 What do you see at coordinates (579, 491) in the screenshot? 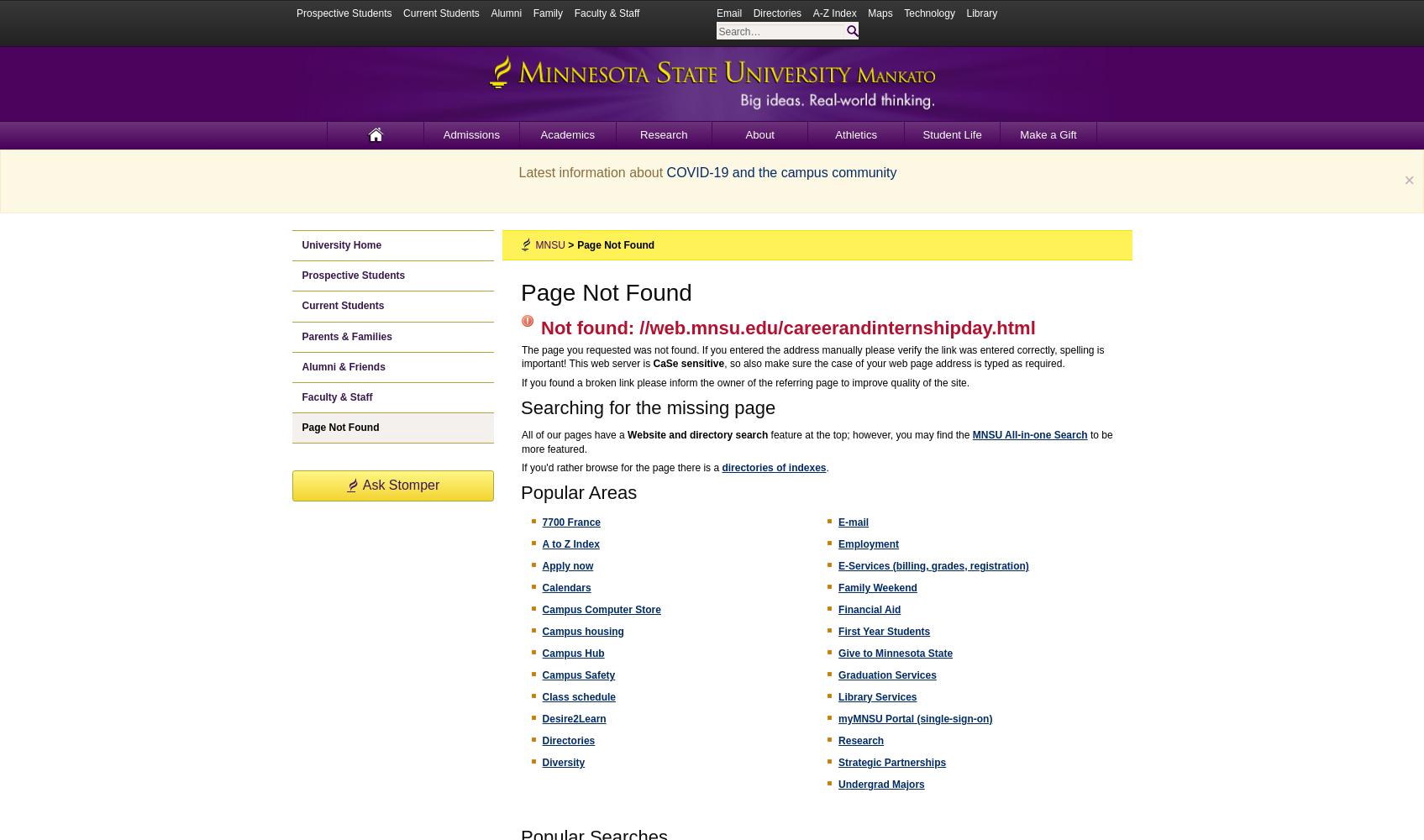
I see `'Popular Areas'` at bounding box center [579, 491].